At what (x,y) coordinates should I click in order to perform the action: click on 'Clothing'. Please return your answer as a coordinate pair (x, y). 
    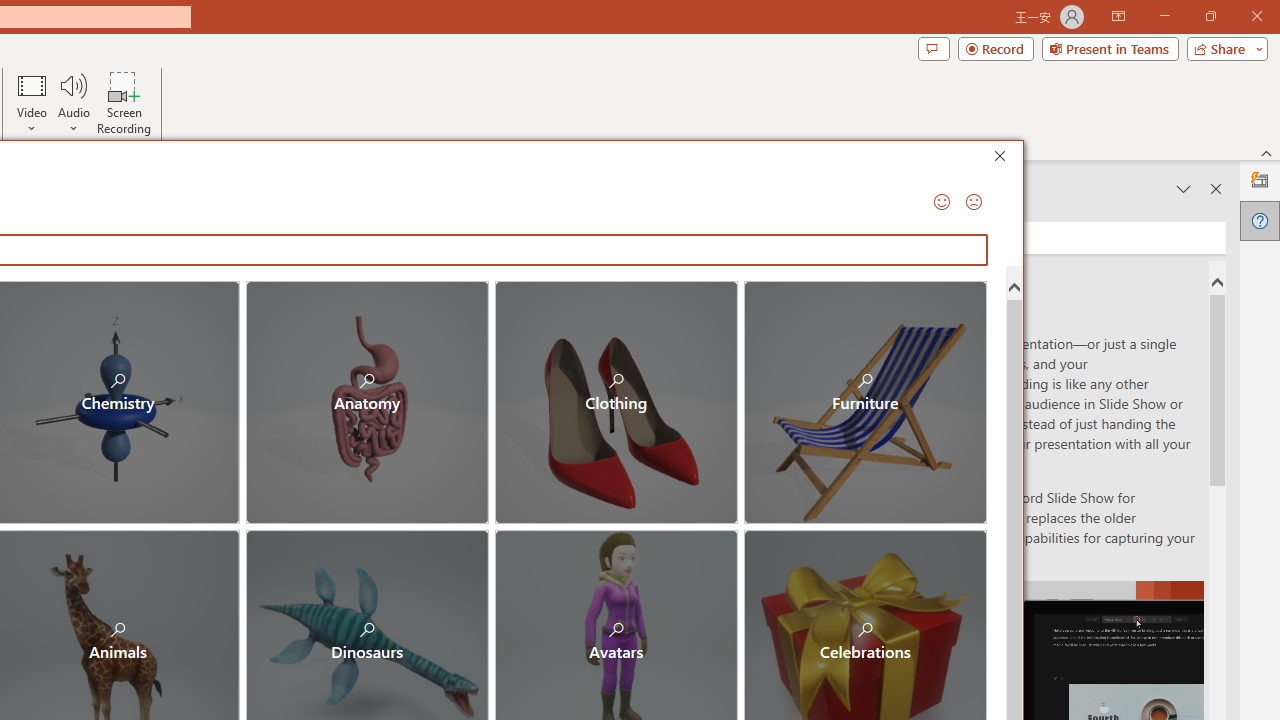
    Looking at the image, I should click on (615, 402).